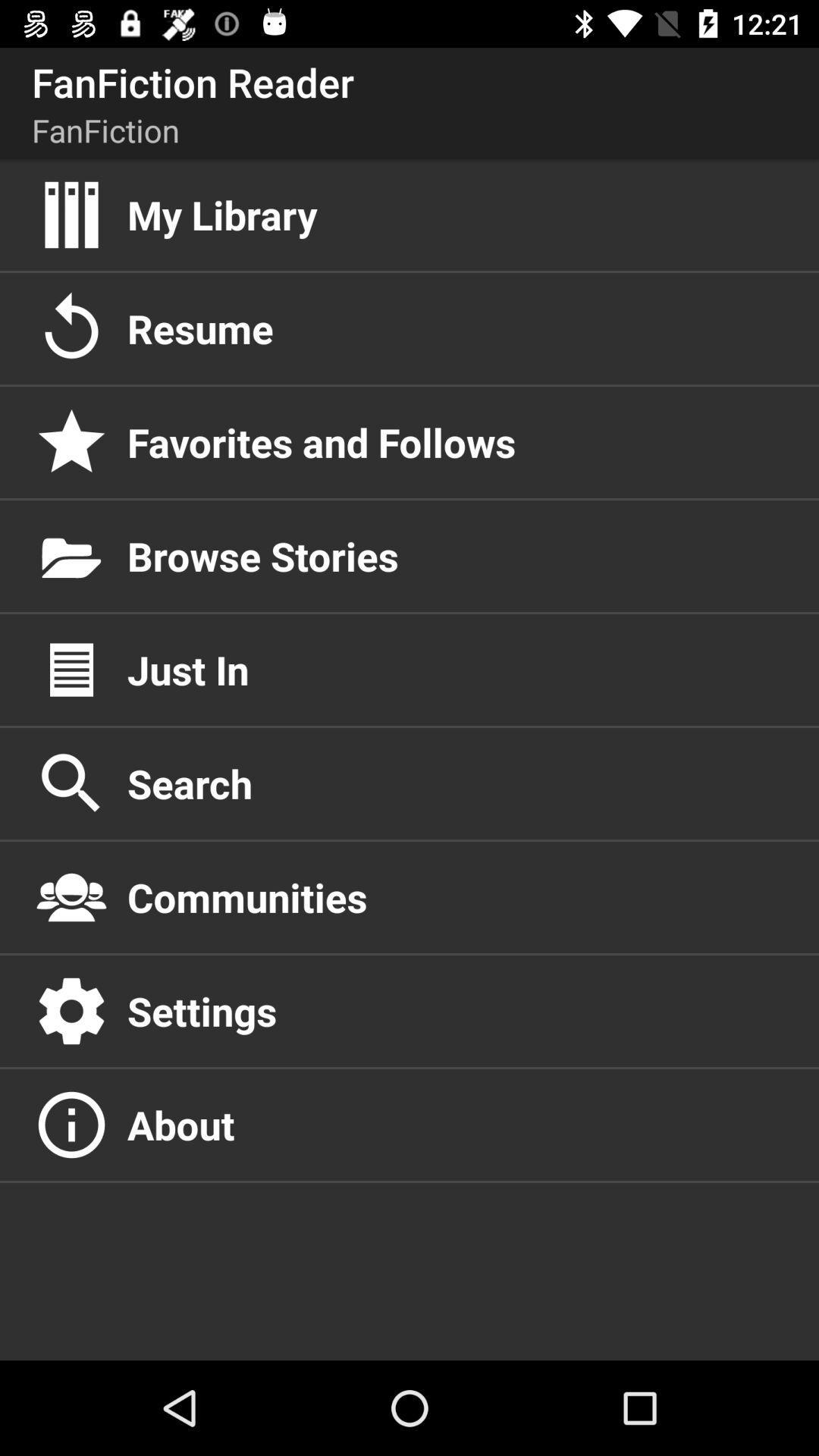  I want to click on the resume item, so click(456, 328).